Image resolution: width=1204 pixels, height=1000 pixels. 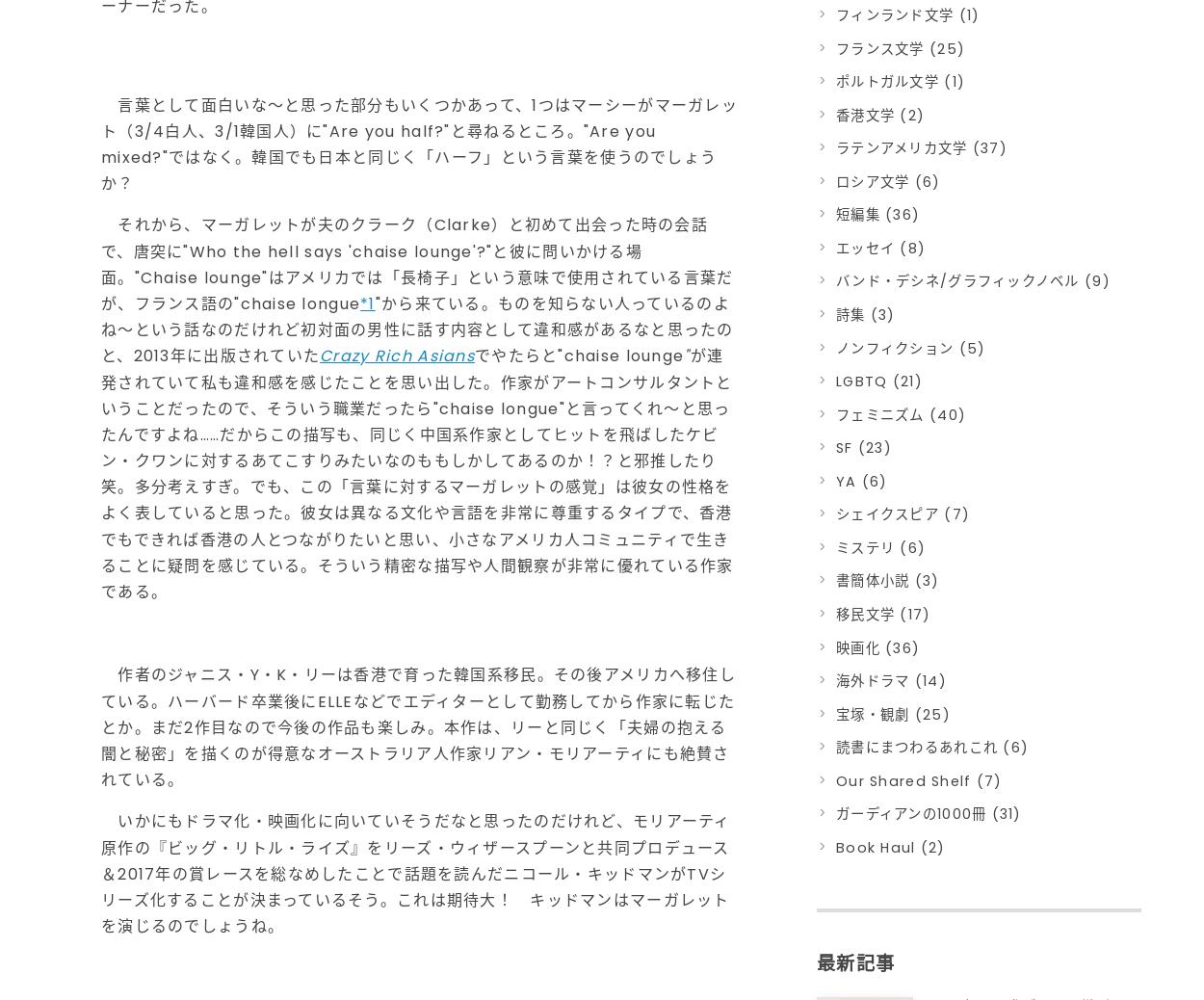 What do you see at coordinates (100, 874) in the screenshot?
I see `'いかにもドラマ化・映画化に向いていそうだなと思ったのだけれど、モリアーティ原作の『ビッグ・リトル・ライズ』をリーズ・ウィザースプーンと共同プロデュース＆2017年の賞レースを総なめしたことで話題を読んだニコール・キッドマンがTVシリーズ化することが決まっているそう。これは期待大！　キッドマンはマーガレットを演じるのでしょうね。'` at bounding box center [100, 874].